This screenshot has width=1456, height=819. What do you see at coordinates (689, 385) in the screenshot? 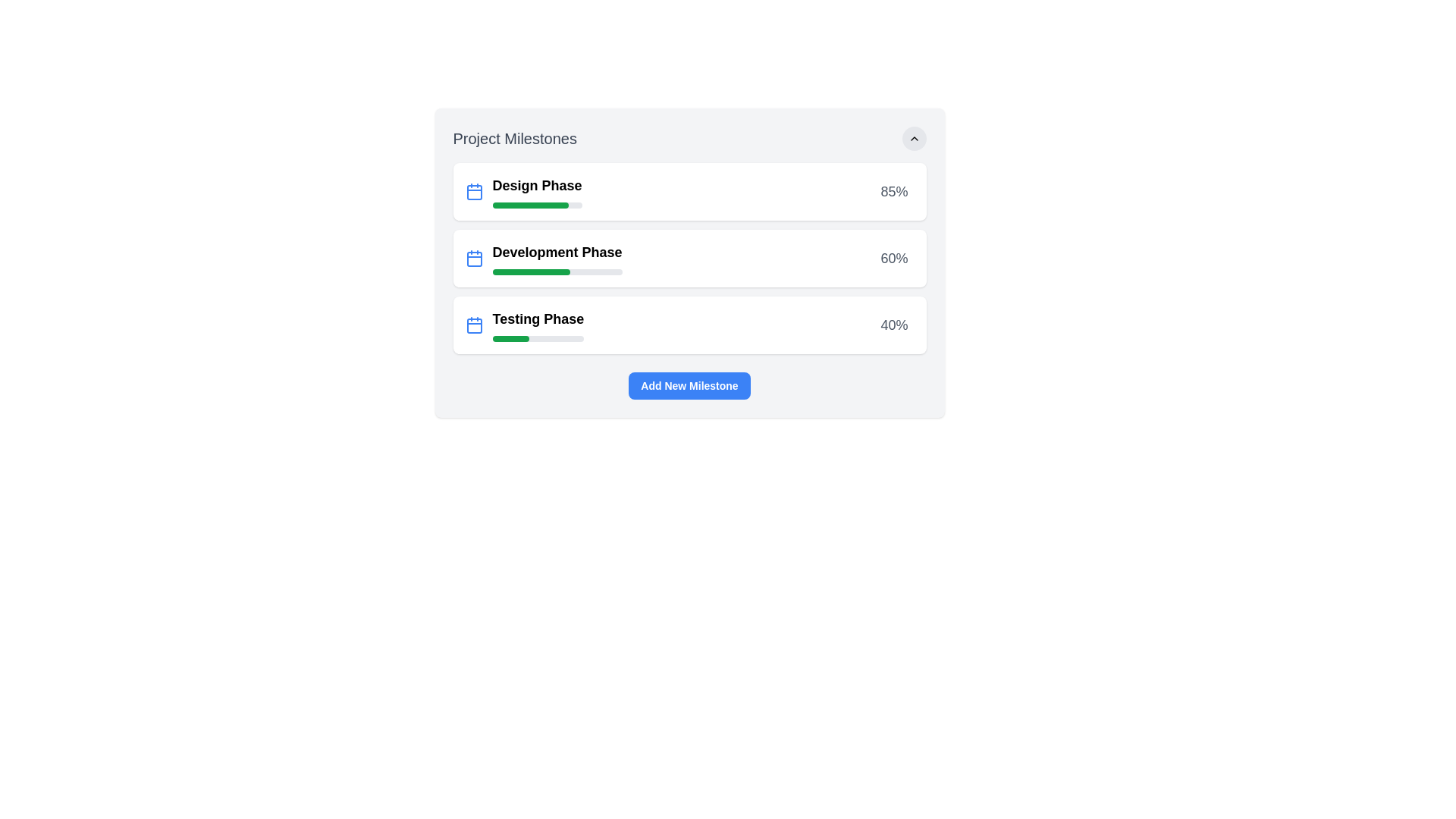
I see `the 'Add New Milestone' button, which is a rectangular button with a blue background and bold white text, located below the list of milestones` at bounding box center [689, 385].